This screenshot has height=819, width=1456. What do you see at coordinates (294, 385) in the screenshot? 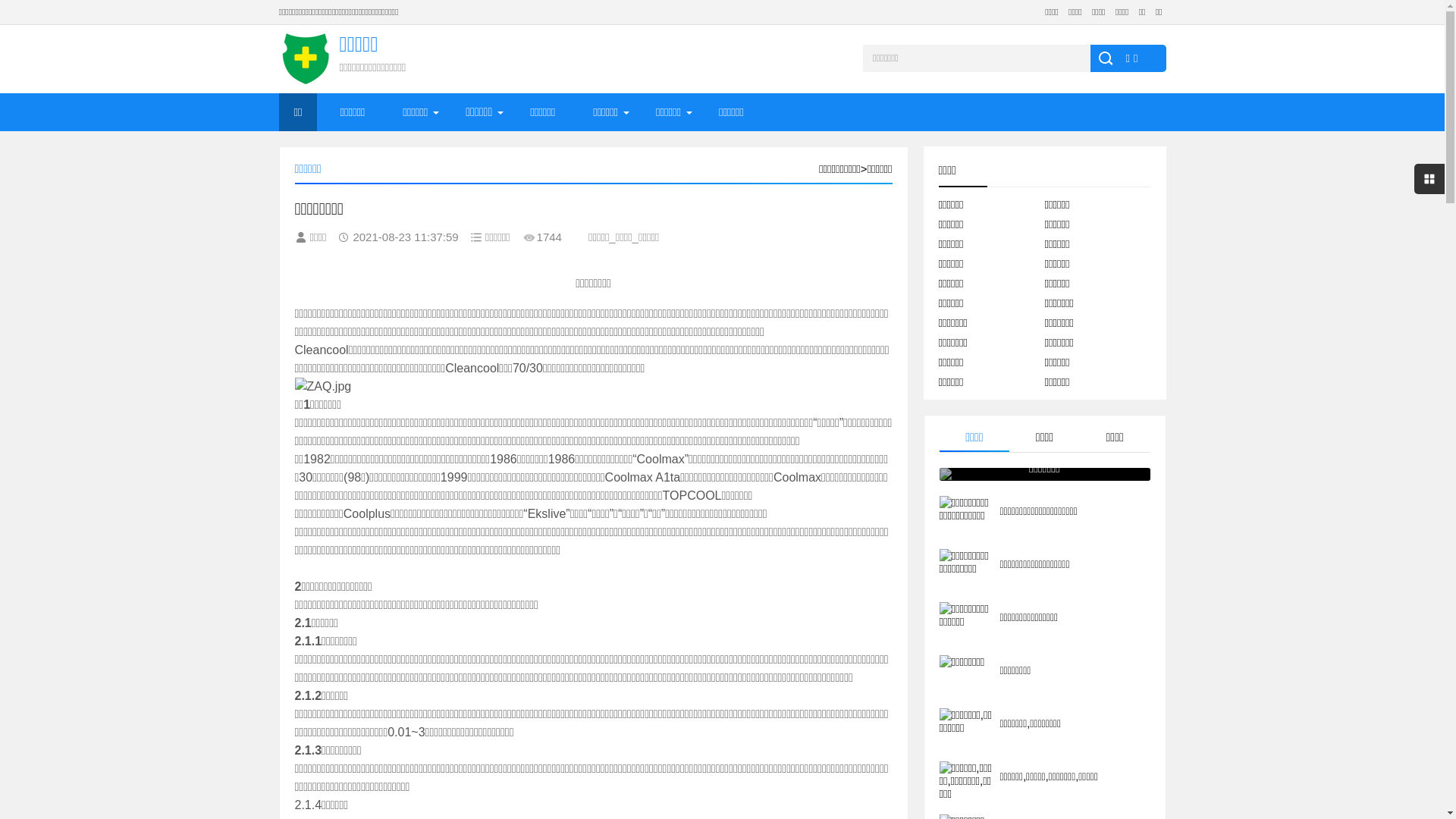
I see `'ZAQ.jpg'` at bounding box center [294, 385].